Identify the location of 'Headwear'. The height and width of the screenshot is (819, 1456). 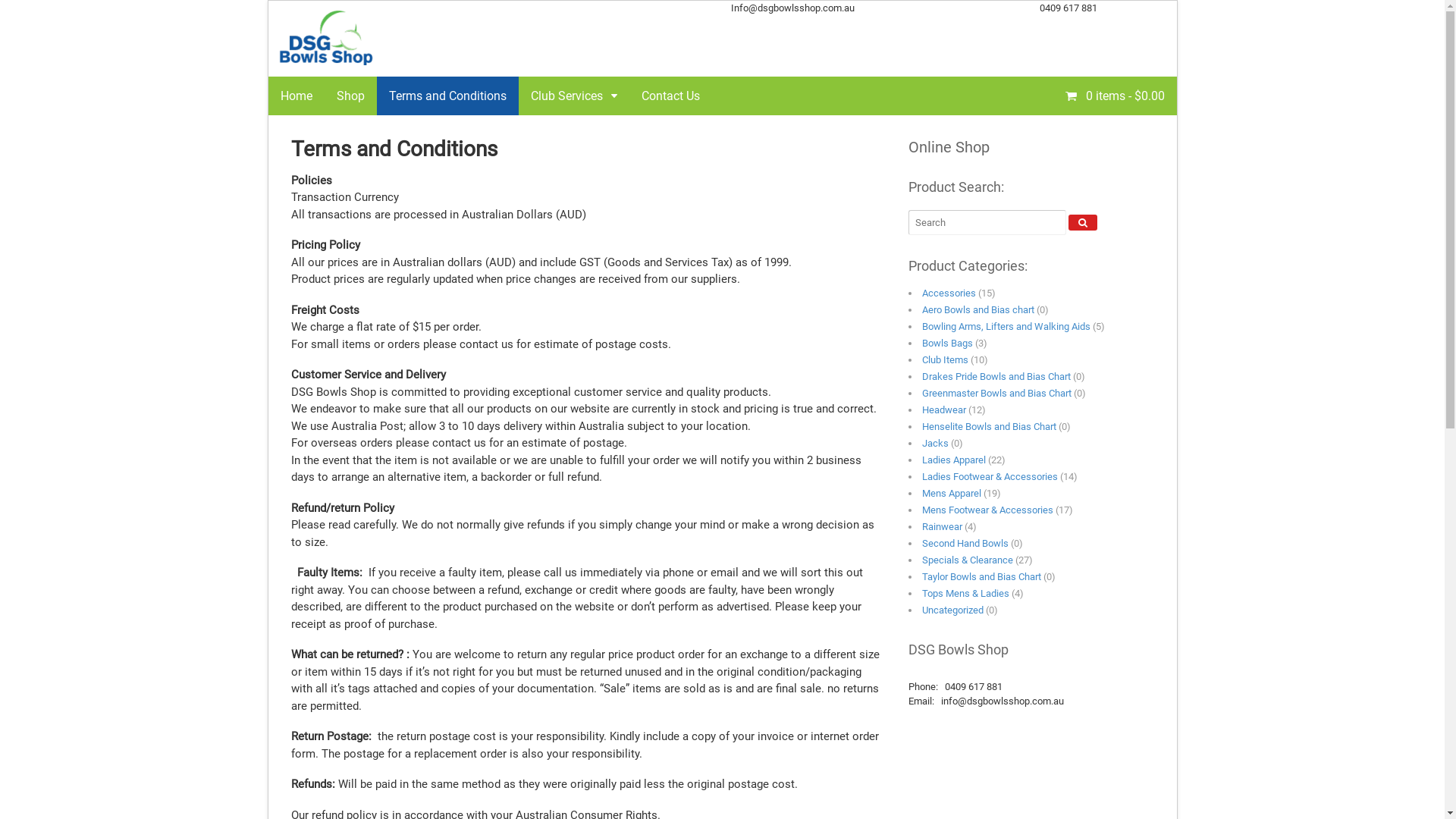
(943, 409).